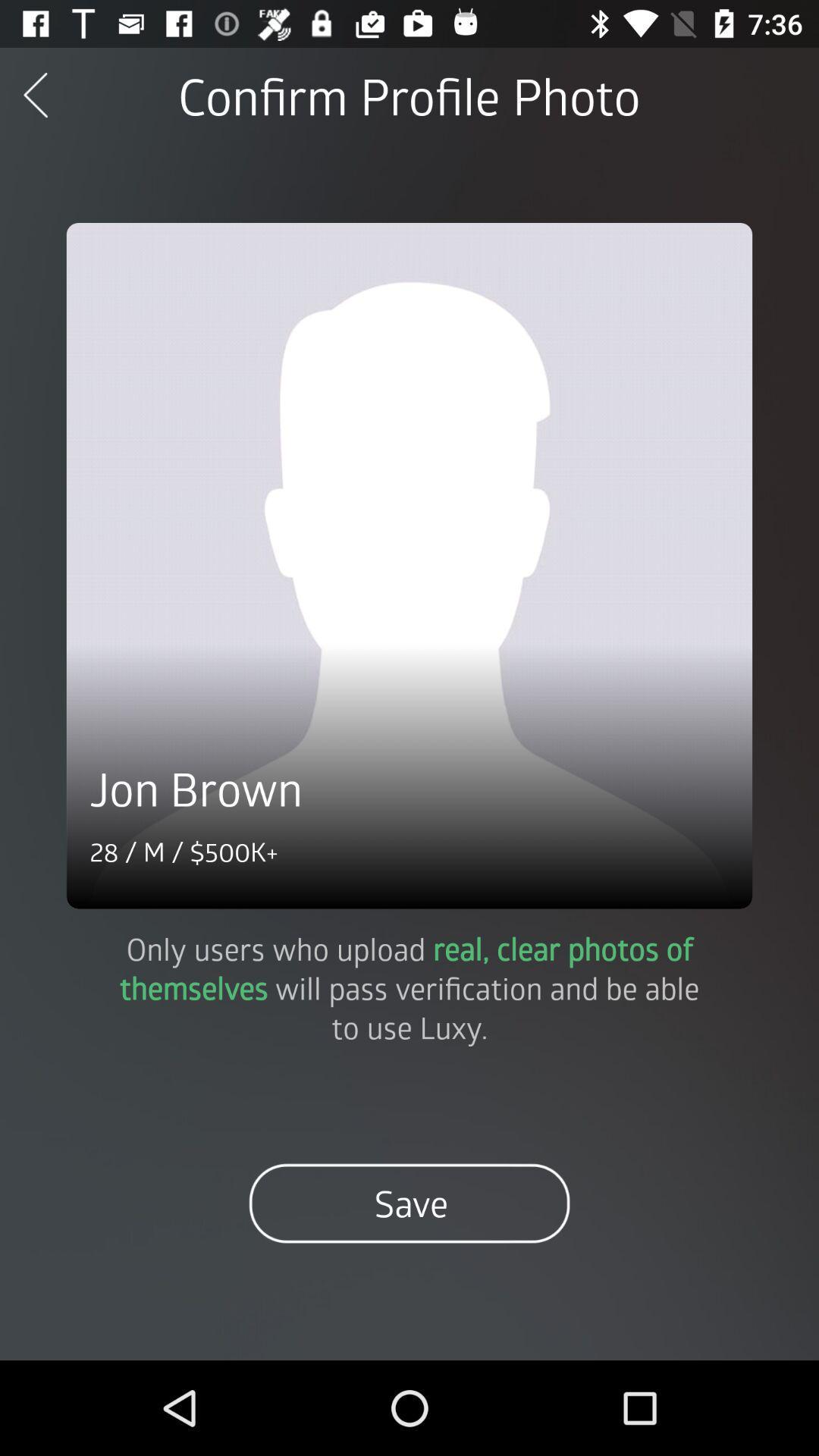  I want to click on icon above only users who item, so click(409, 565).